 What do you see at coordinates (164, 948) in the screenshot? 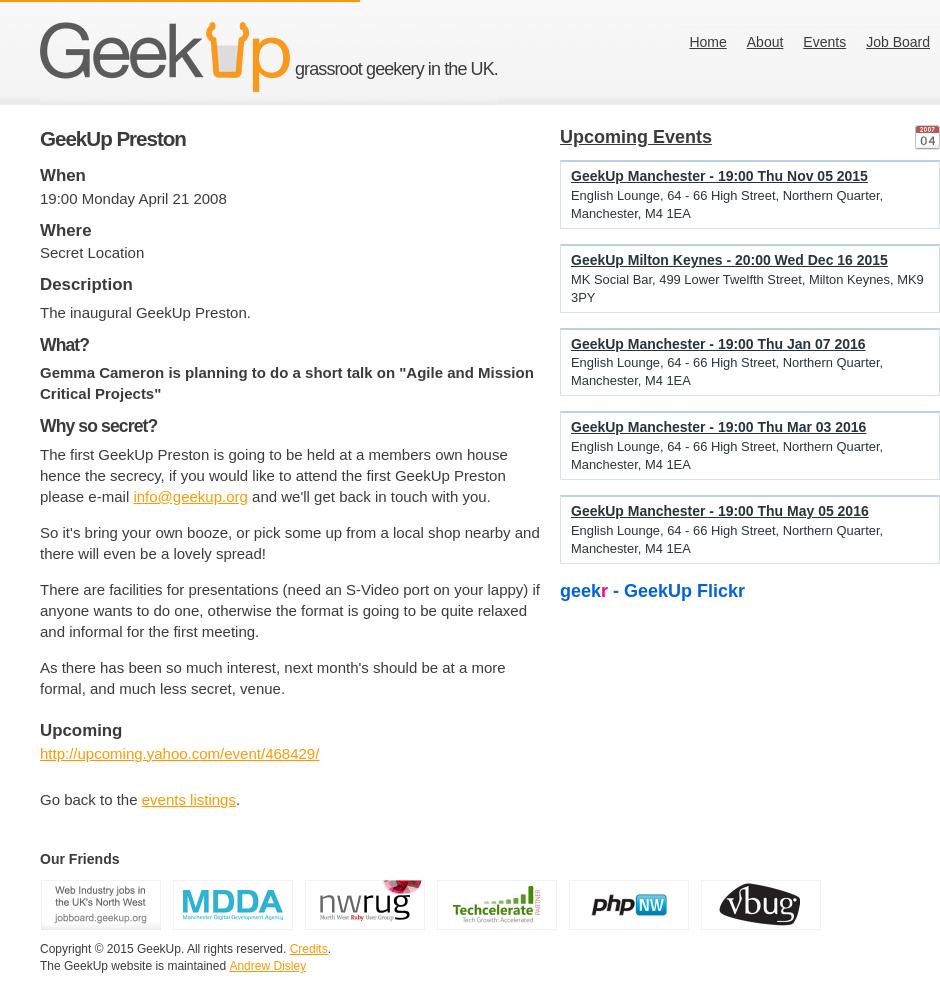
I see `'Copyright © 2015 GeekUp. All rights reserved.'` at bounding box center [164, 948].